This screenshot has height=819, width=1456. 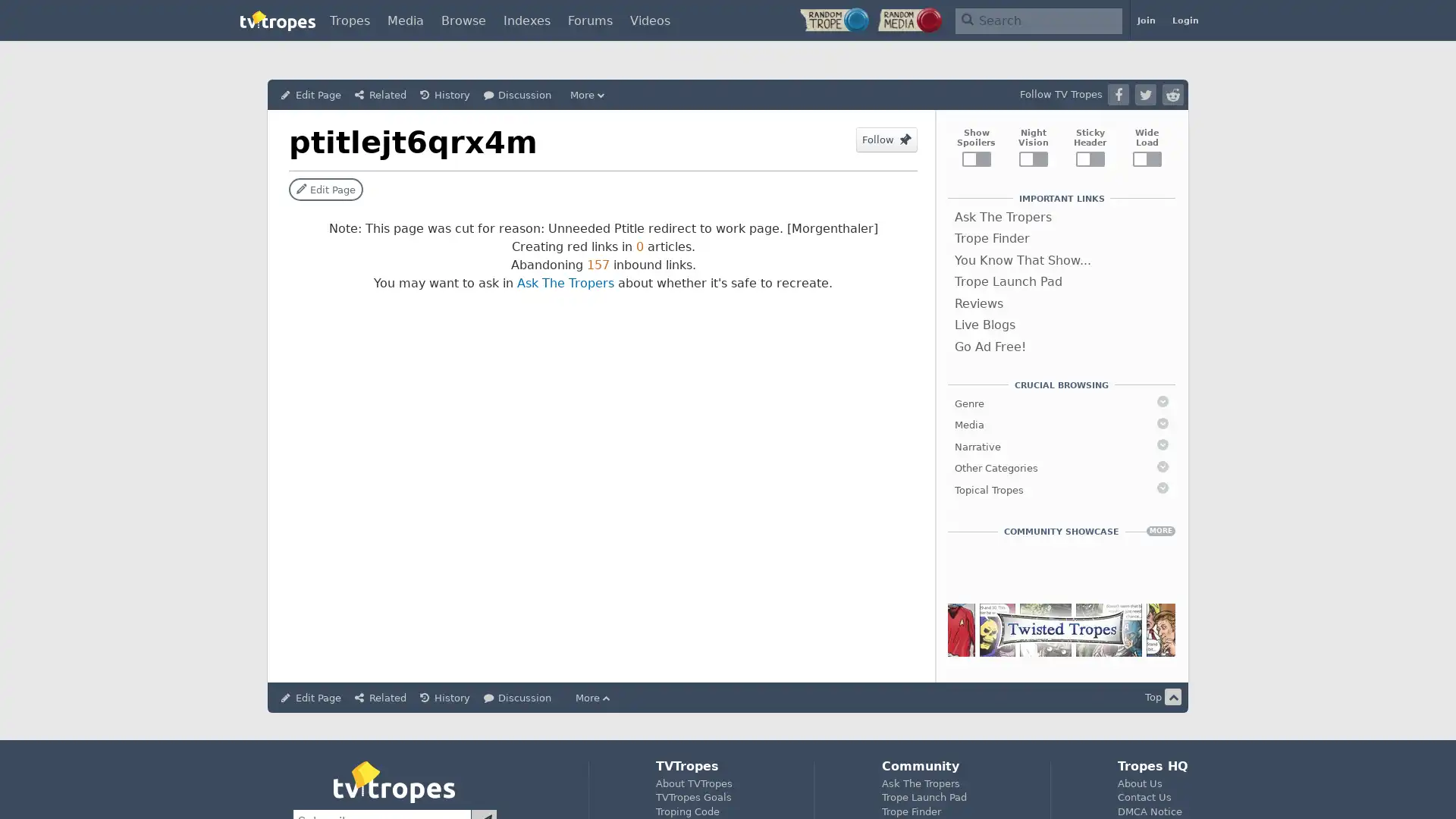 I want to click on More, so click(x=594, y=698).